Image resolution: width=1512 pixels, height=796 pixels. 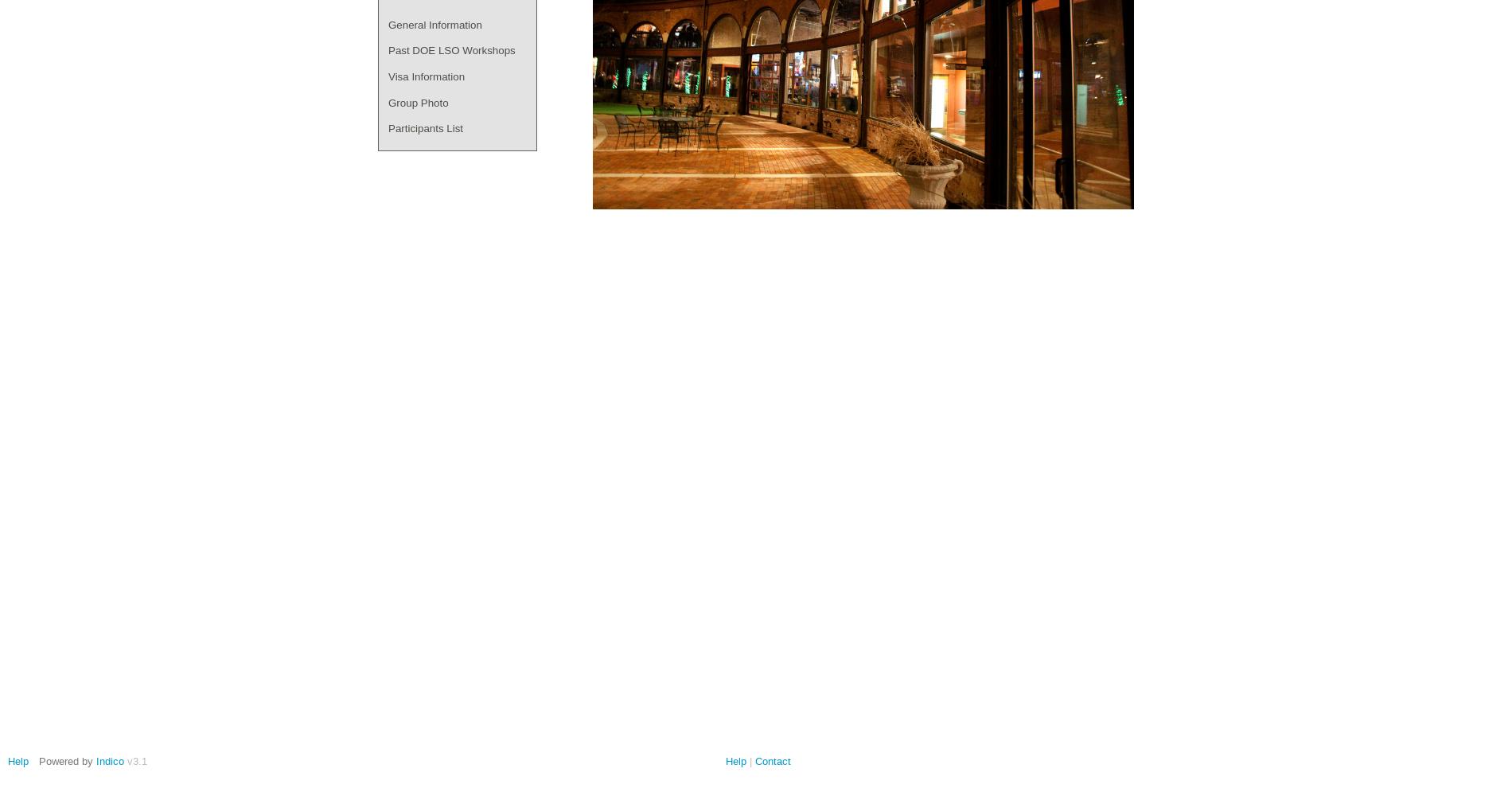 What do you see at coordinates (435, 24) in the screenshot?
I see `'General Information'` at bounding box center [435, 24].